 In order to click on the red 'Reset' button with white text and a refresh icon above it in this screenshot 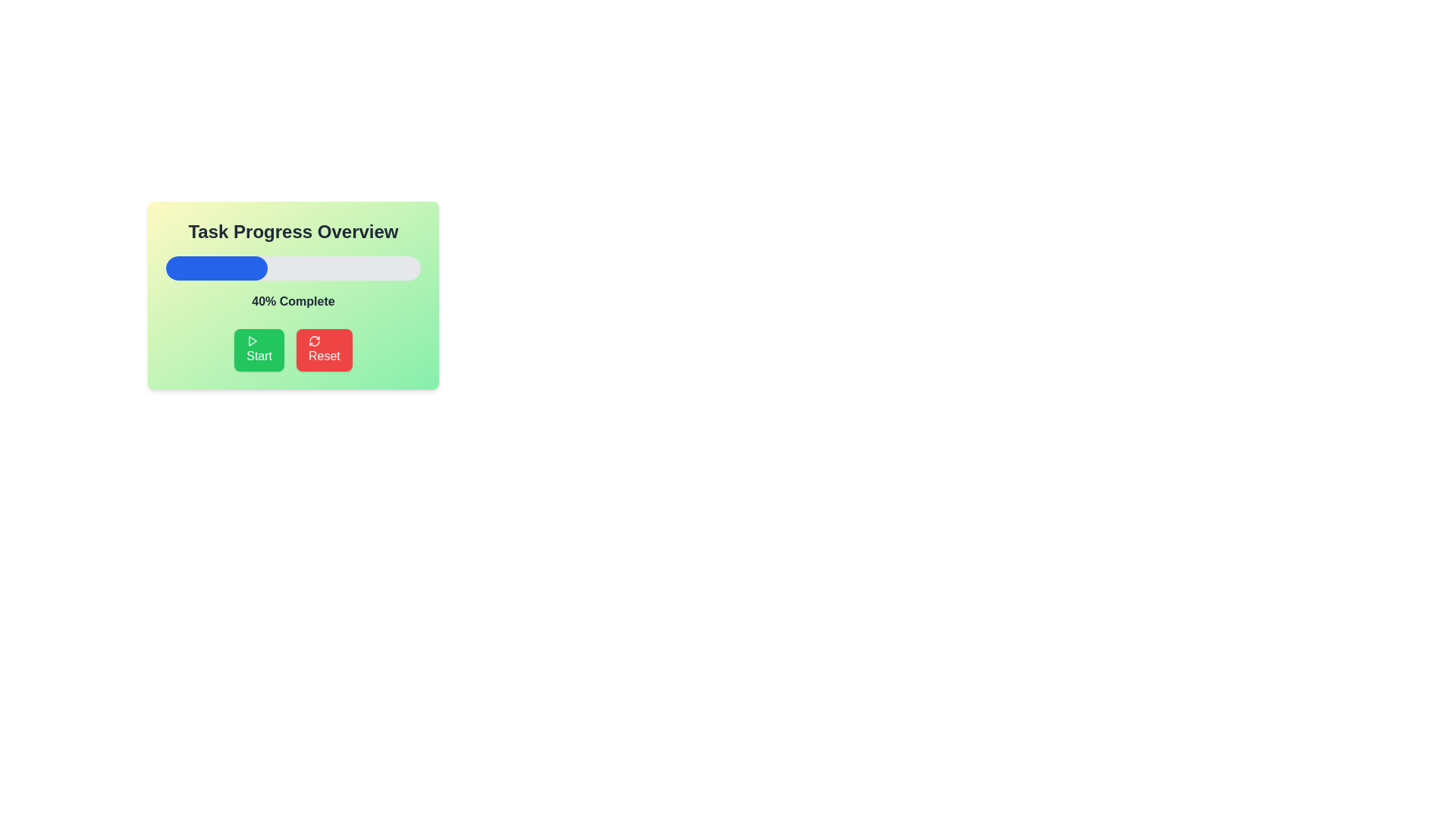, I will do `click(323, 350)`.